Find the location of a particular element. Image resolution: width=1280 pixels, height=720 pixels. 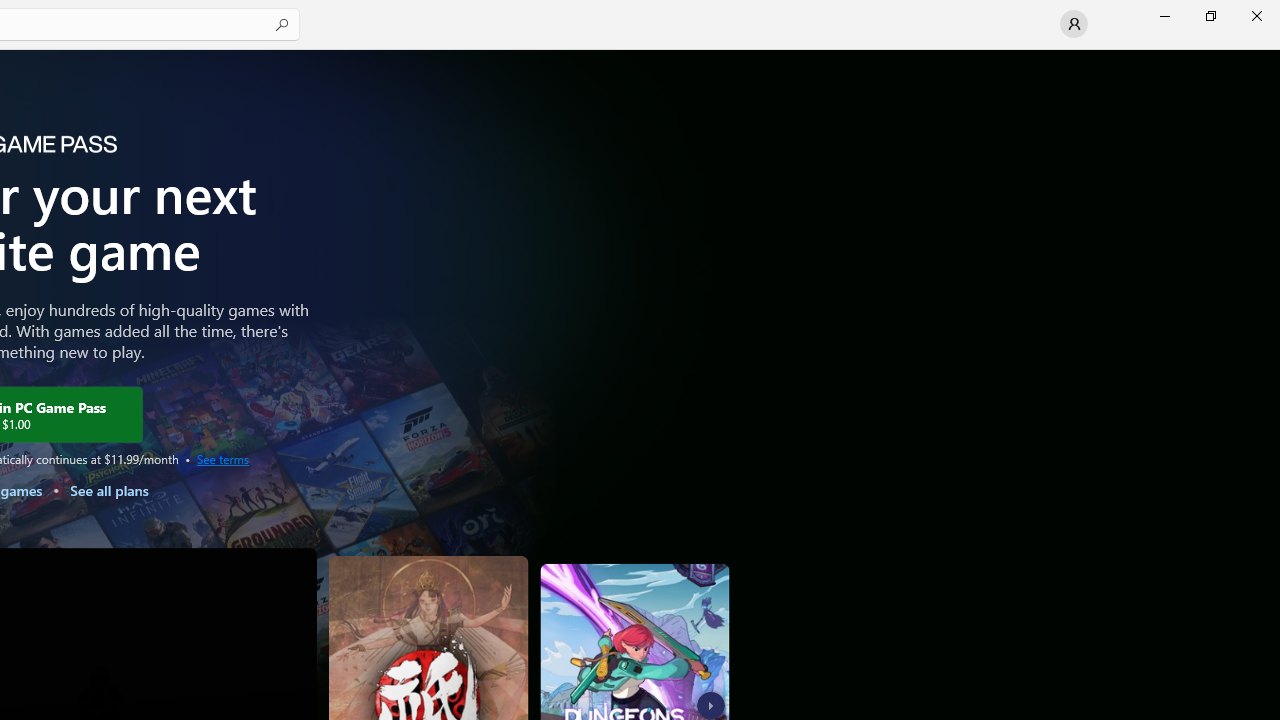

'See terms' is located at coordinates (222, 458).